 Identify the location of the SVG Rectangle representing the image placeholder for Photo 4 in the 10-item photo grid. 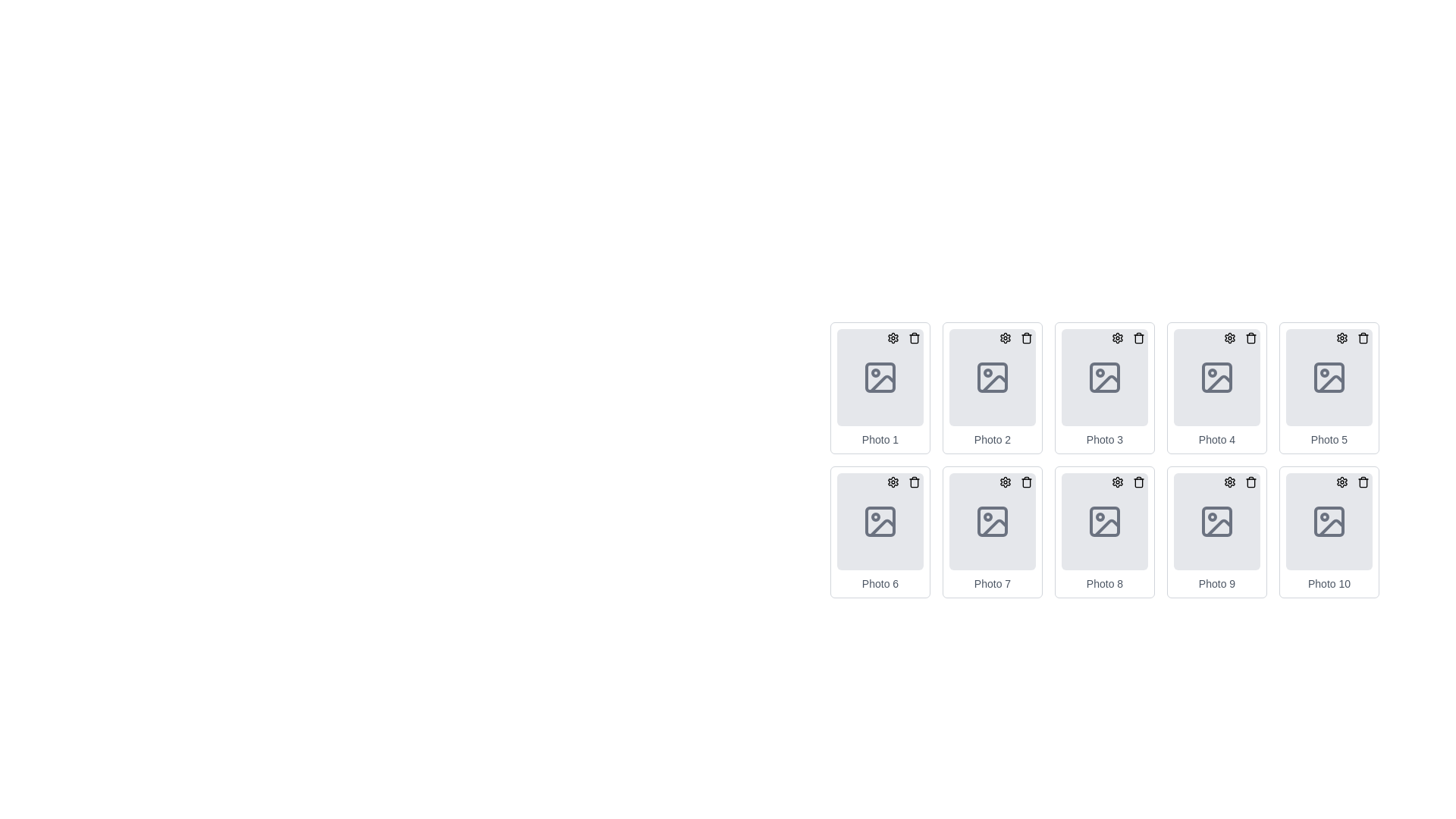
(1216, 376).